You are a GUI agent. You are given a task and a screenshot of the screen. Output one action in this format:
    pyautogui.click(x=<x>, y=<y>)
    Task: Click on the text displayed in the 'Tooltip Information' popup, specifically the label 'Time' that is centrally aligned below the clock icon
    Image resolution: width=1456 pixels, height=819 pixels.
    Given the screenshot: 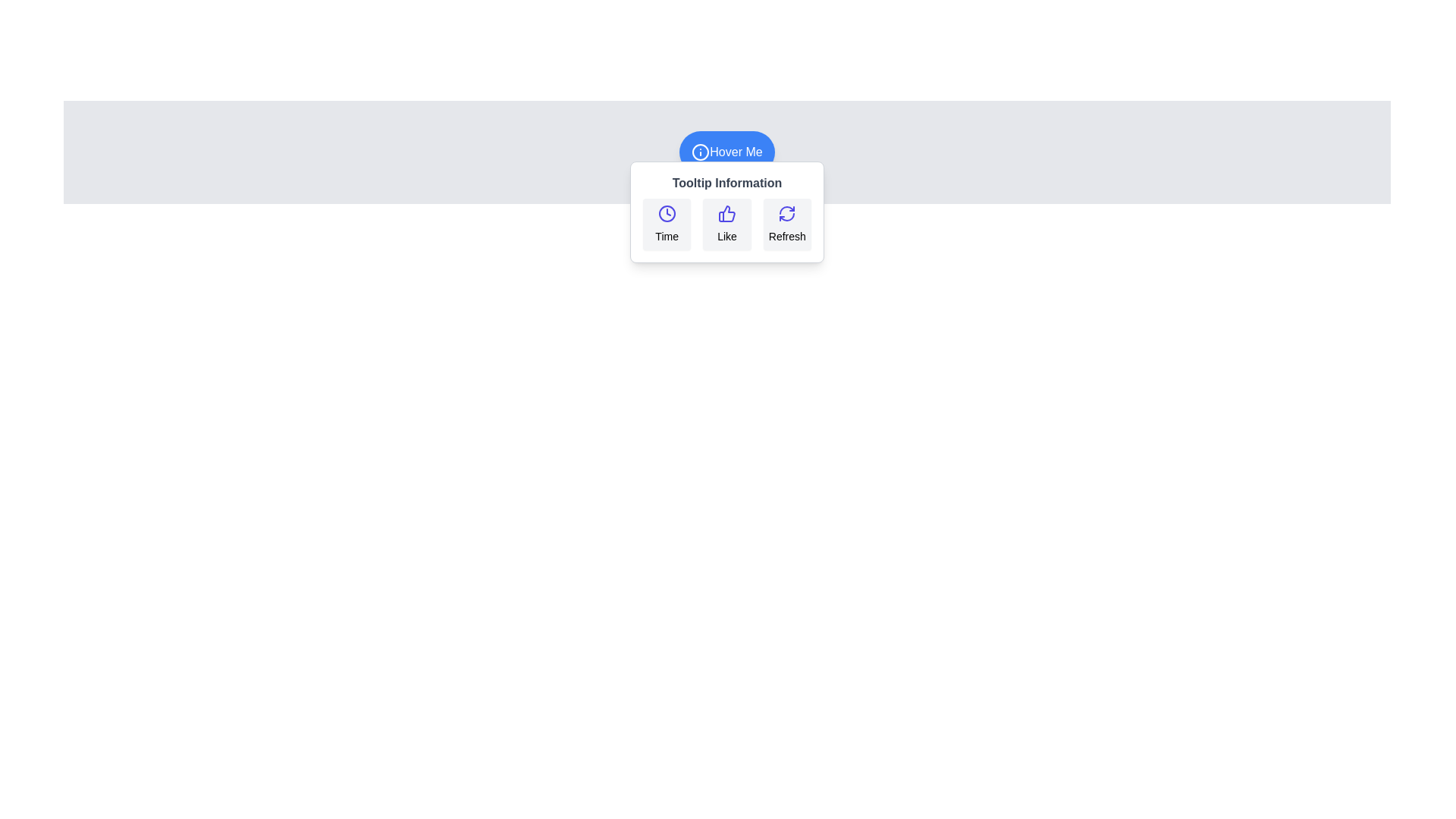 What is the action you would take?
    pyautogui.click(x=667, y=237)
    